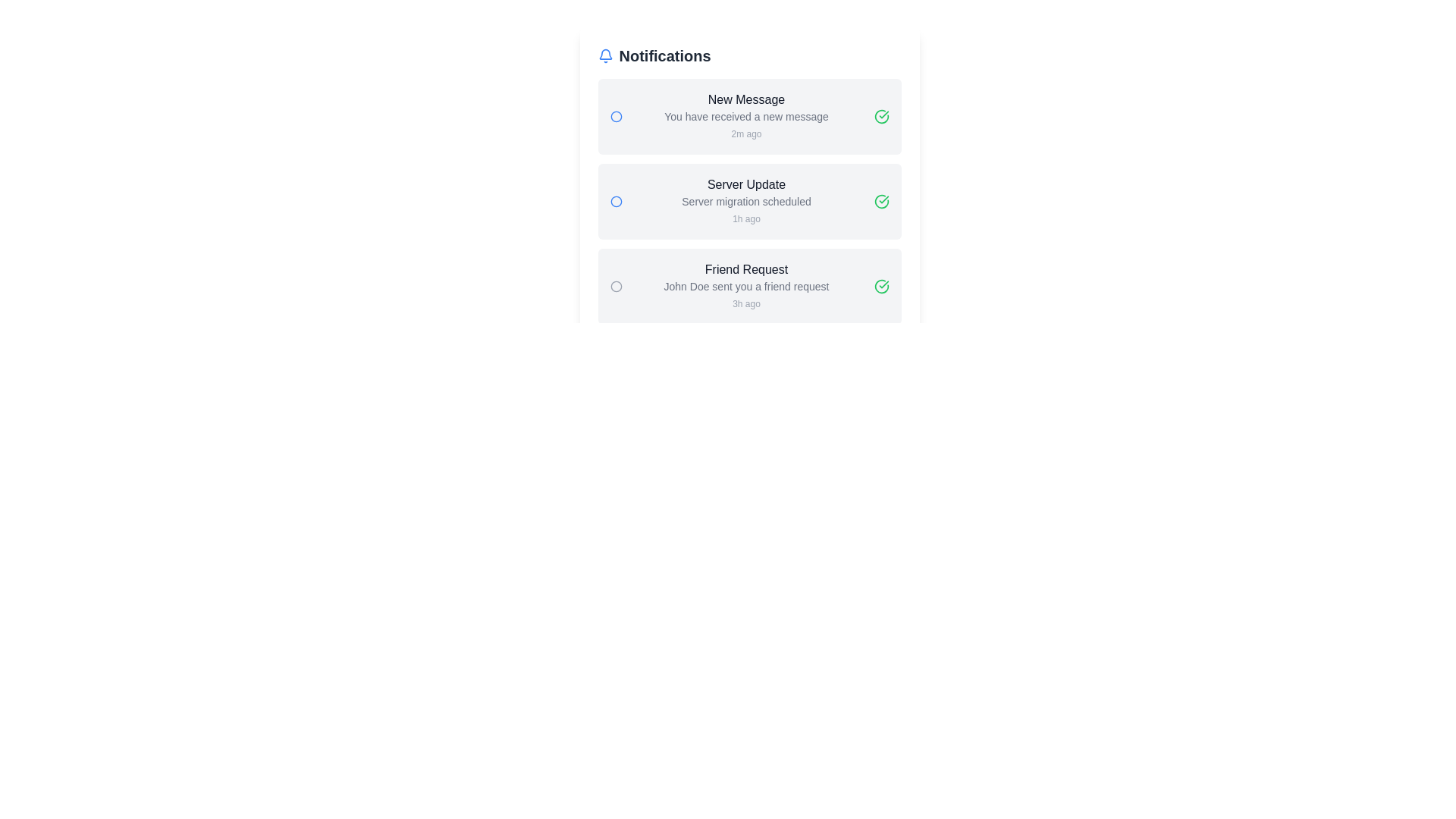  What do you see at coordinates (746, 287) in the screenshot?
I see `the Static Text that conveys the details of the notification stating that John Doe has sent a friend request, located within the 'Friend Request' notification card` at bounding box center [746, 287].